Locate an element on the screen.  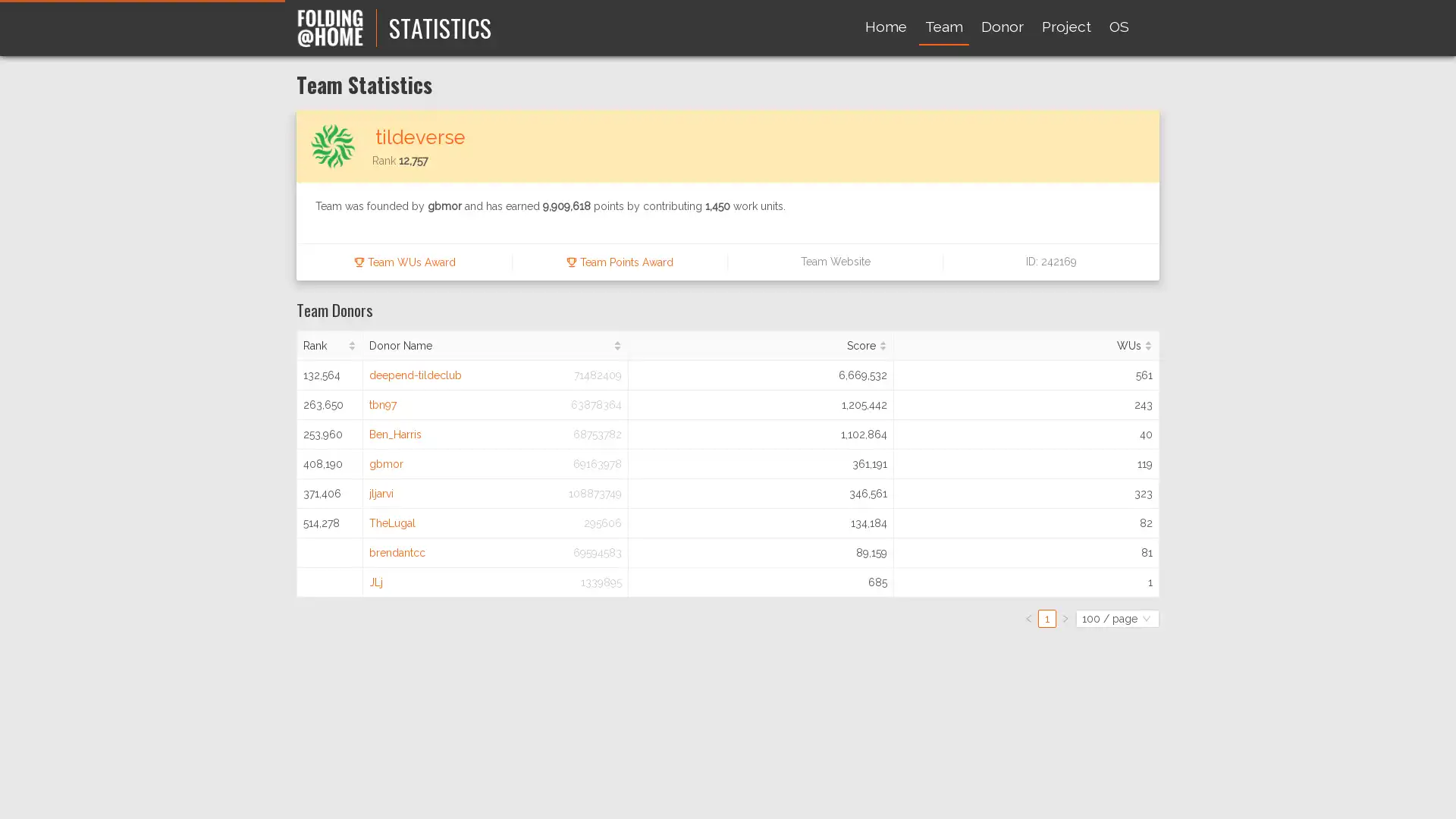
right is located at coordinates (1065, 617).